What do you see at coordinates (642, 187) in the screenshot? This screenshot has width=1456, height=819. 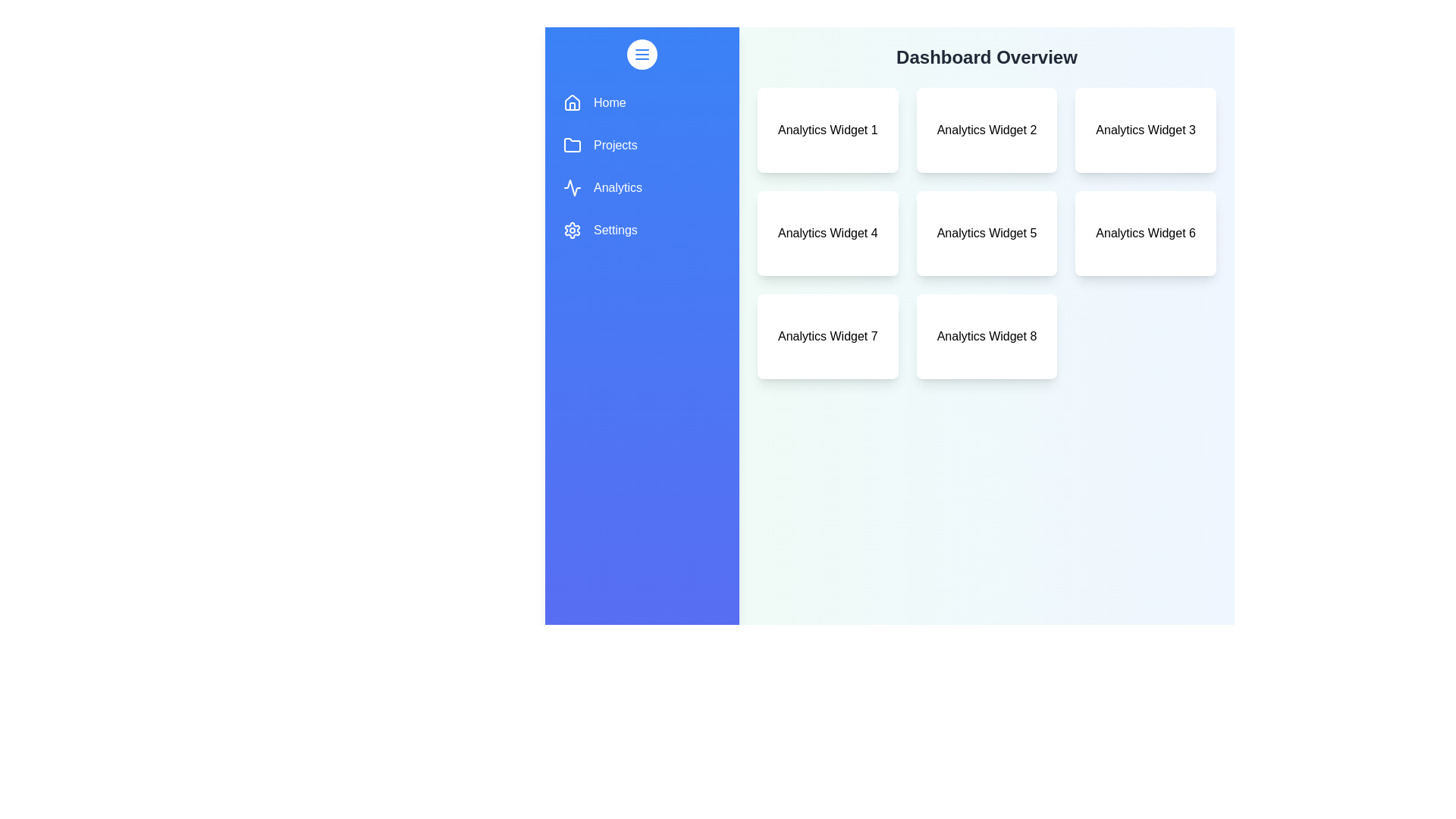 I see `the menu item Analytics from the drawer menu` at bounding box center [642, 187].